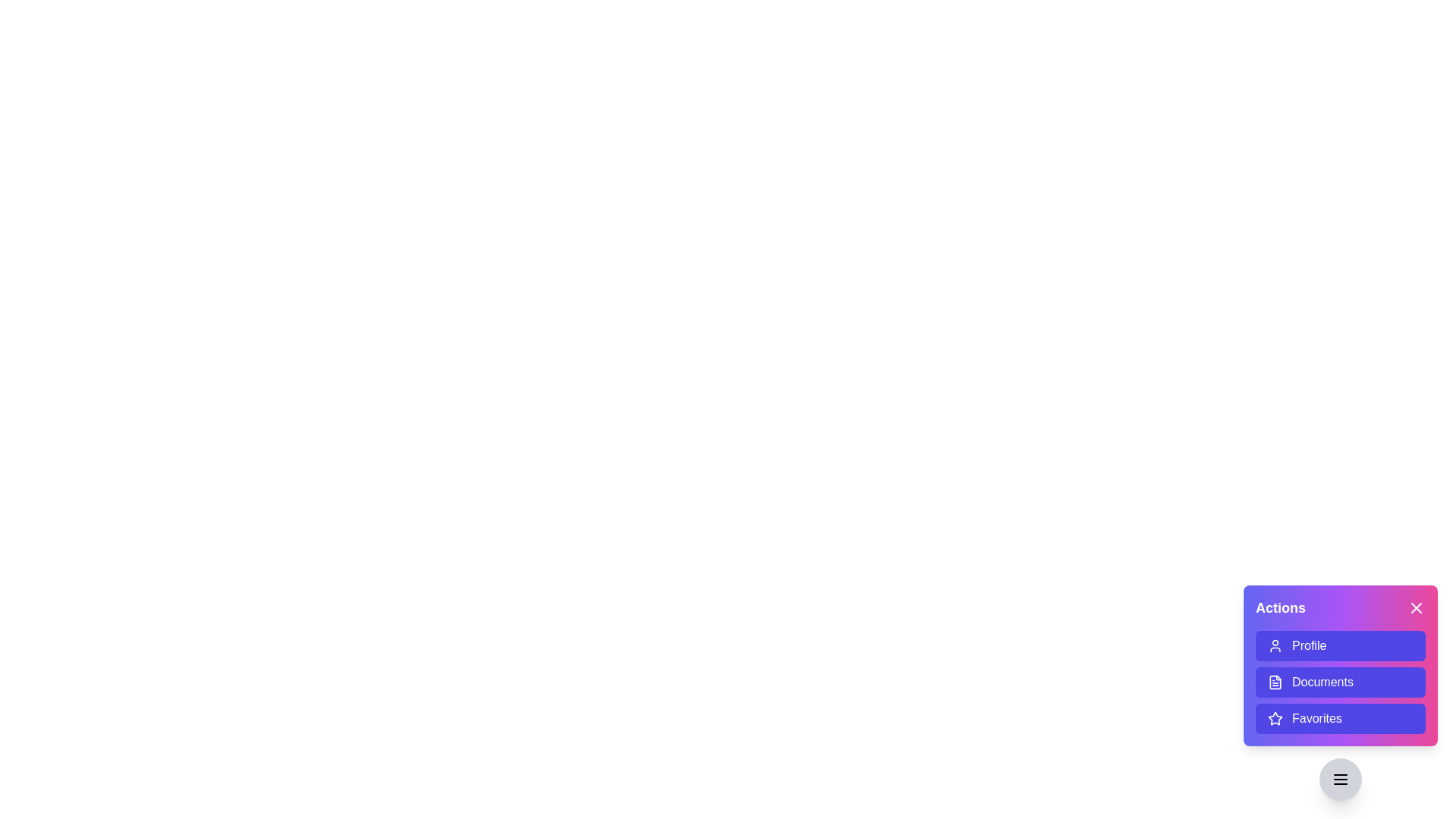 This screenshot has height=819, width=1456. What do you see at coordinates (1340, 718) in the screenshot?
I see `the 'Favorites' interactive button using keyboard navigation for accessibility` at bounding box center [1340, 718].